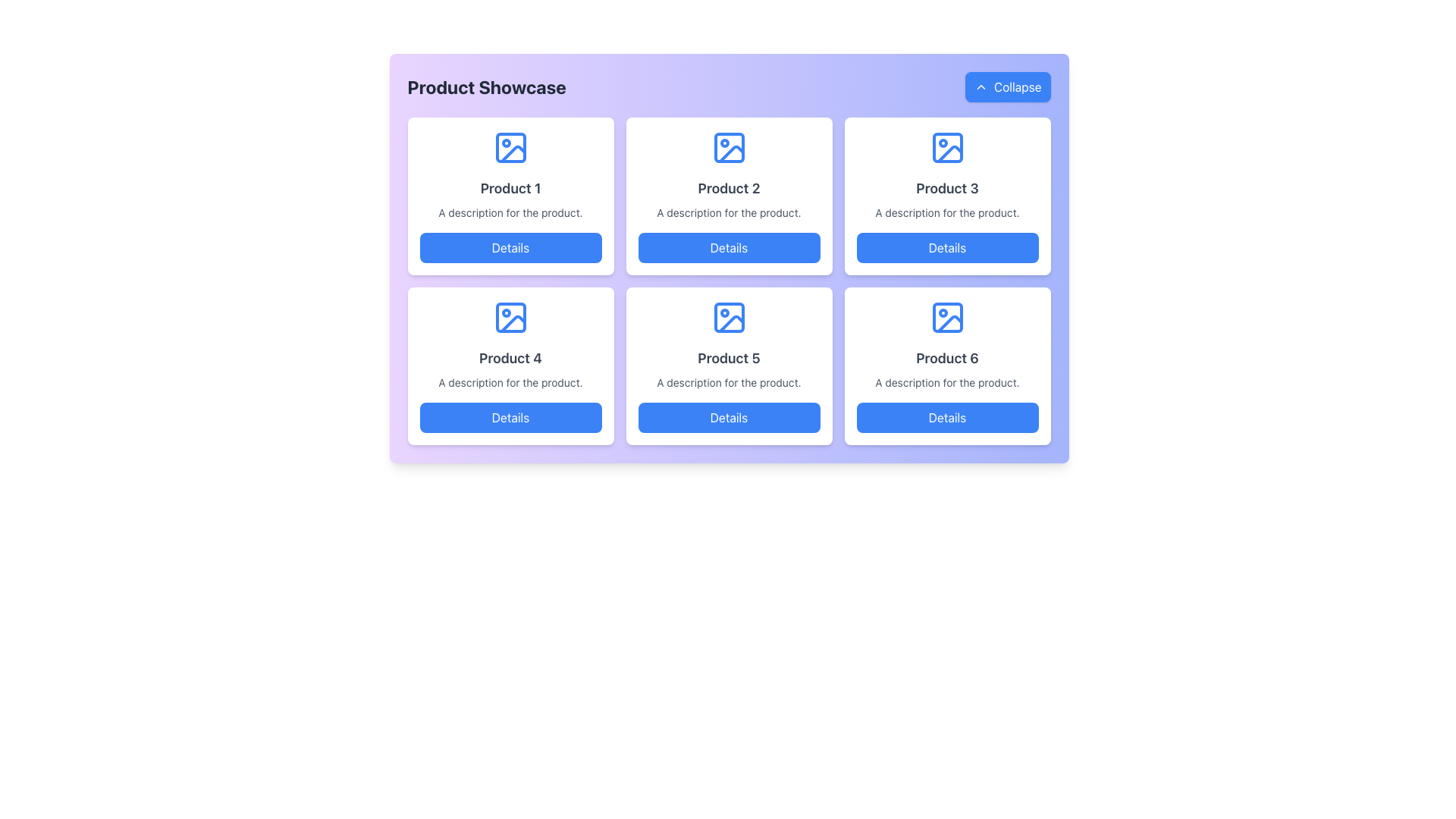 The image size is (1456, 819). I want to click on the text label that reads 'Product 6', which is a bold, large font text in dark gray color, located in the lower-right card of a 3x2 grid layout, so click(946, 359).